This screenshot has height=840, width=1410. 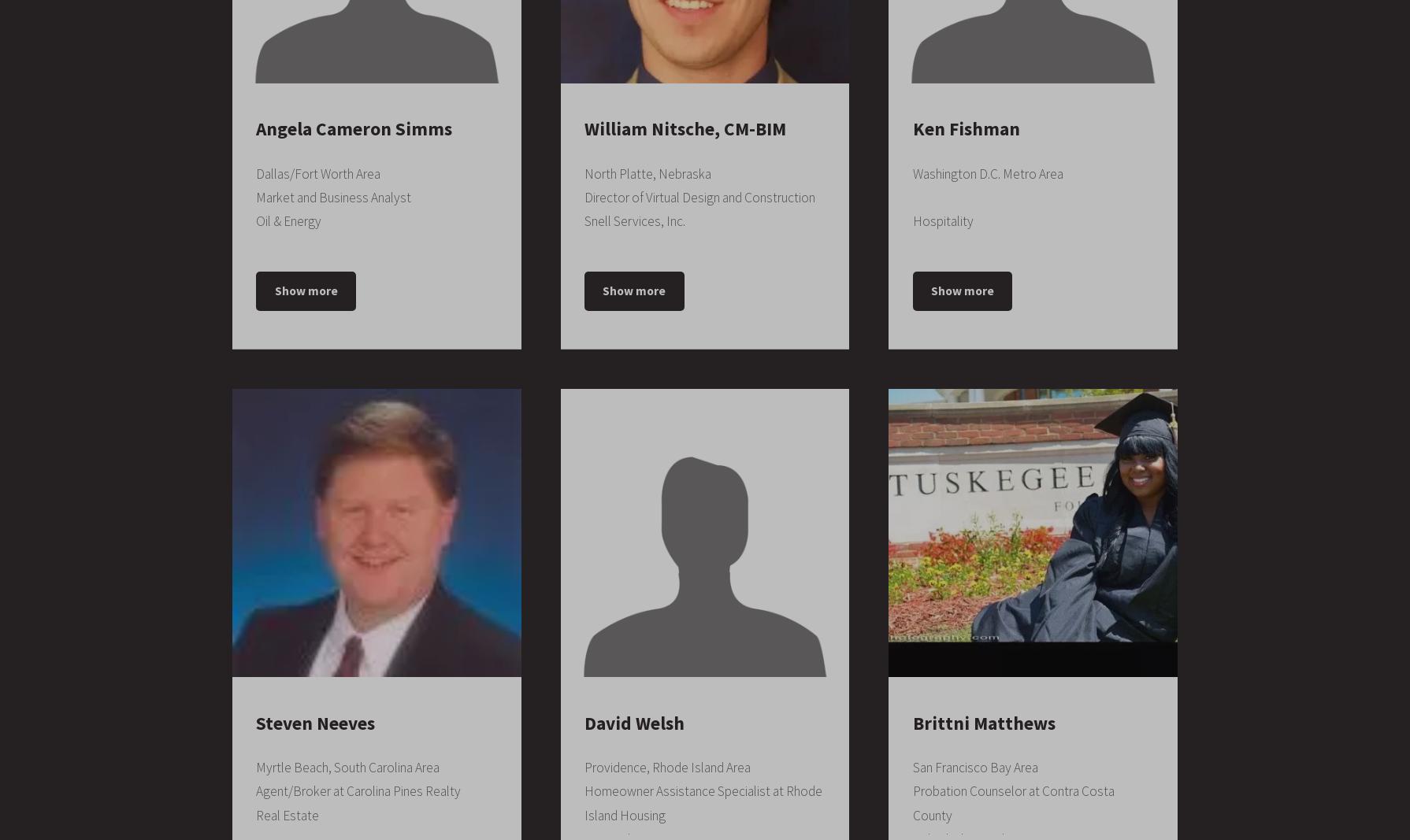 I want to click on 'May 2010 – May 2011', so click(x=701, y=32).